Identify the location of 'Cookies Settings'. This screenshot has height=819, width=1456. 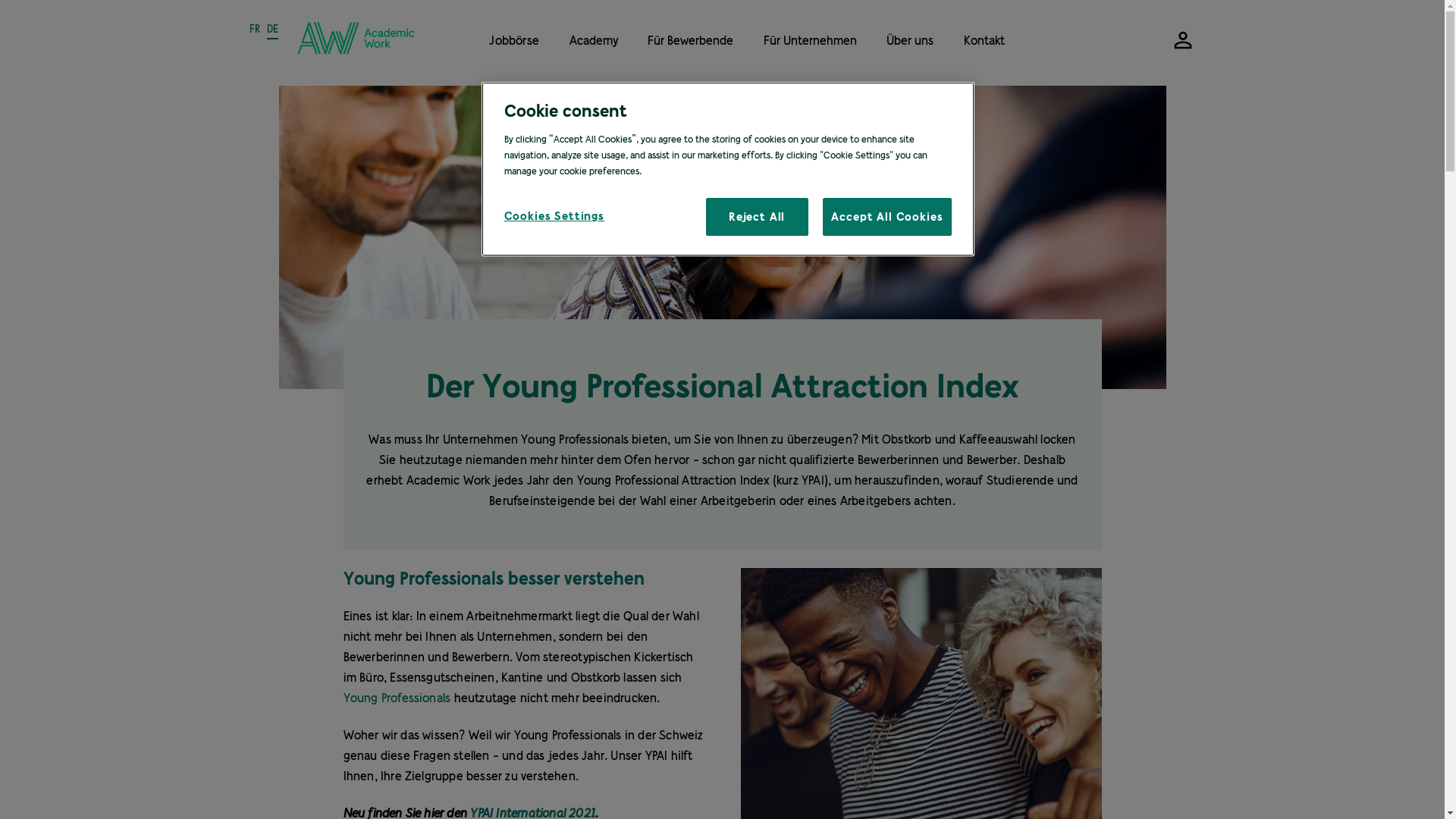
(554, 216).